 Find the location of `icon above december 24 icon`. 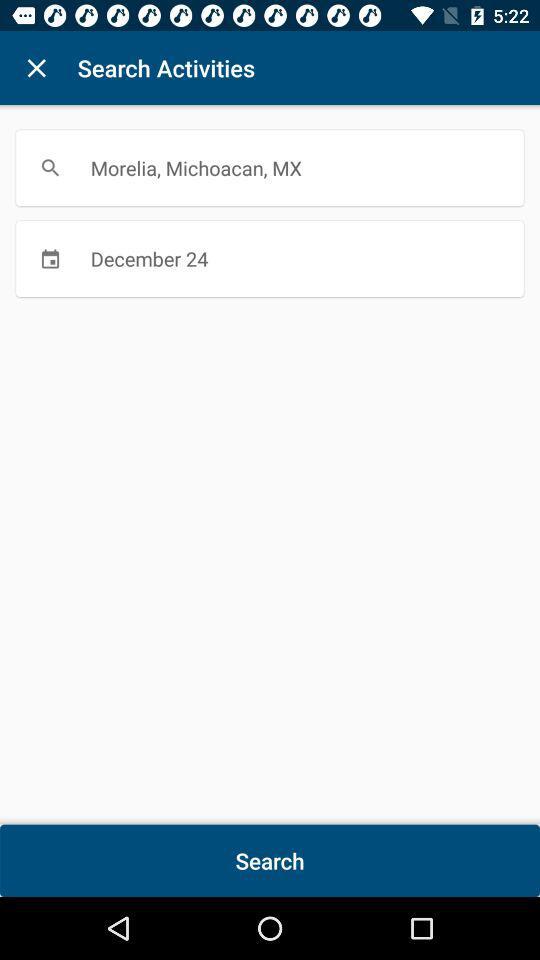

icon above december 24 icon is located at coordinates (270, 167).